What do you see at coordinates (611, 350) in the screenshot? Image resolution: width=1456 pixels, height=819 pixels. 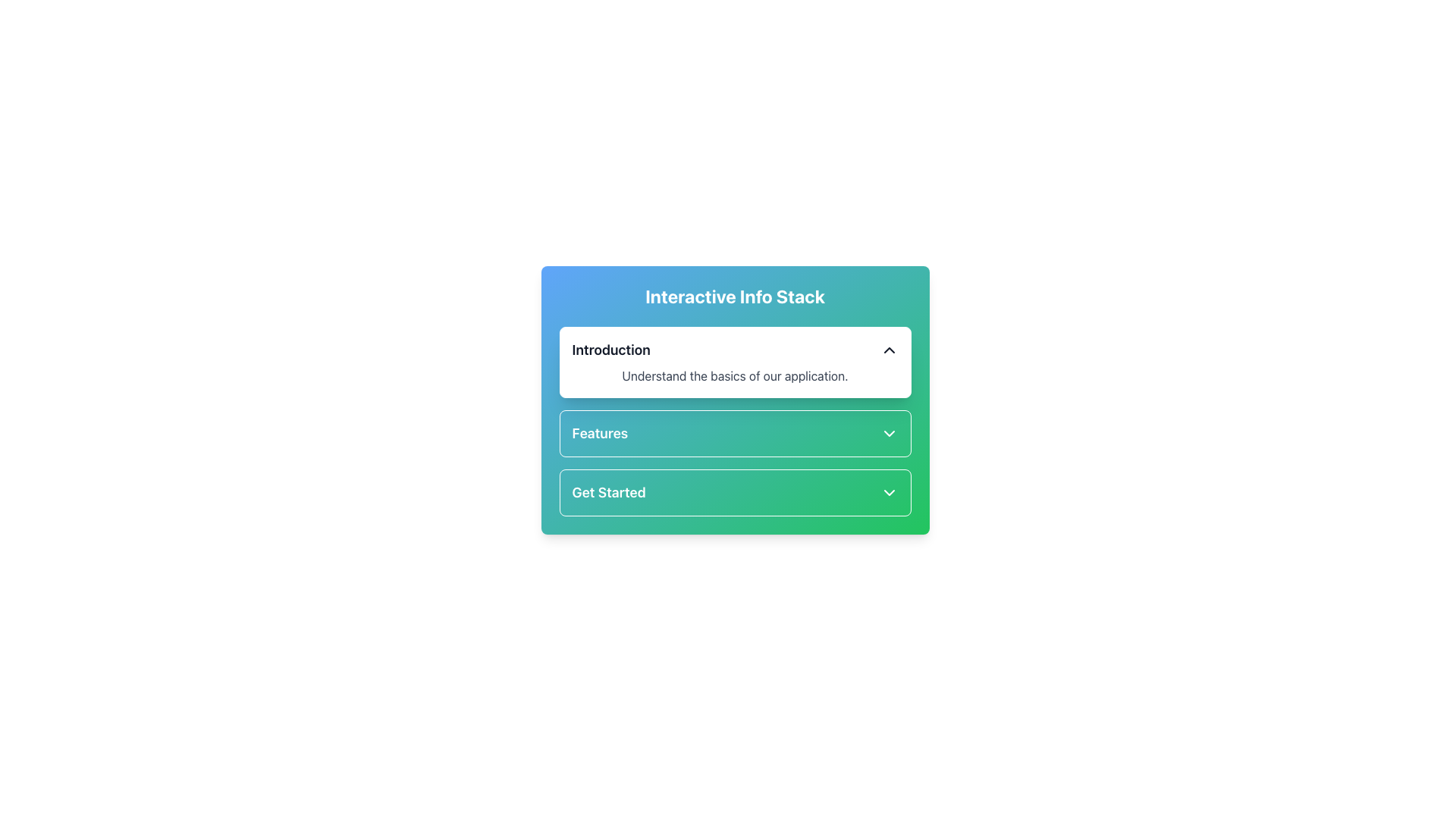 I see `the 'Introduction' text label which is part of the first dropdown header, styled in a larger bold font and aligned left next to a chevron icon` at bounding box center [611, 350].